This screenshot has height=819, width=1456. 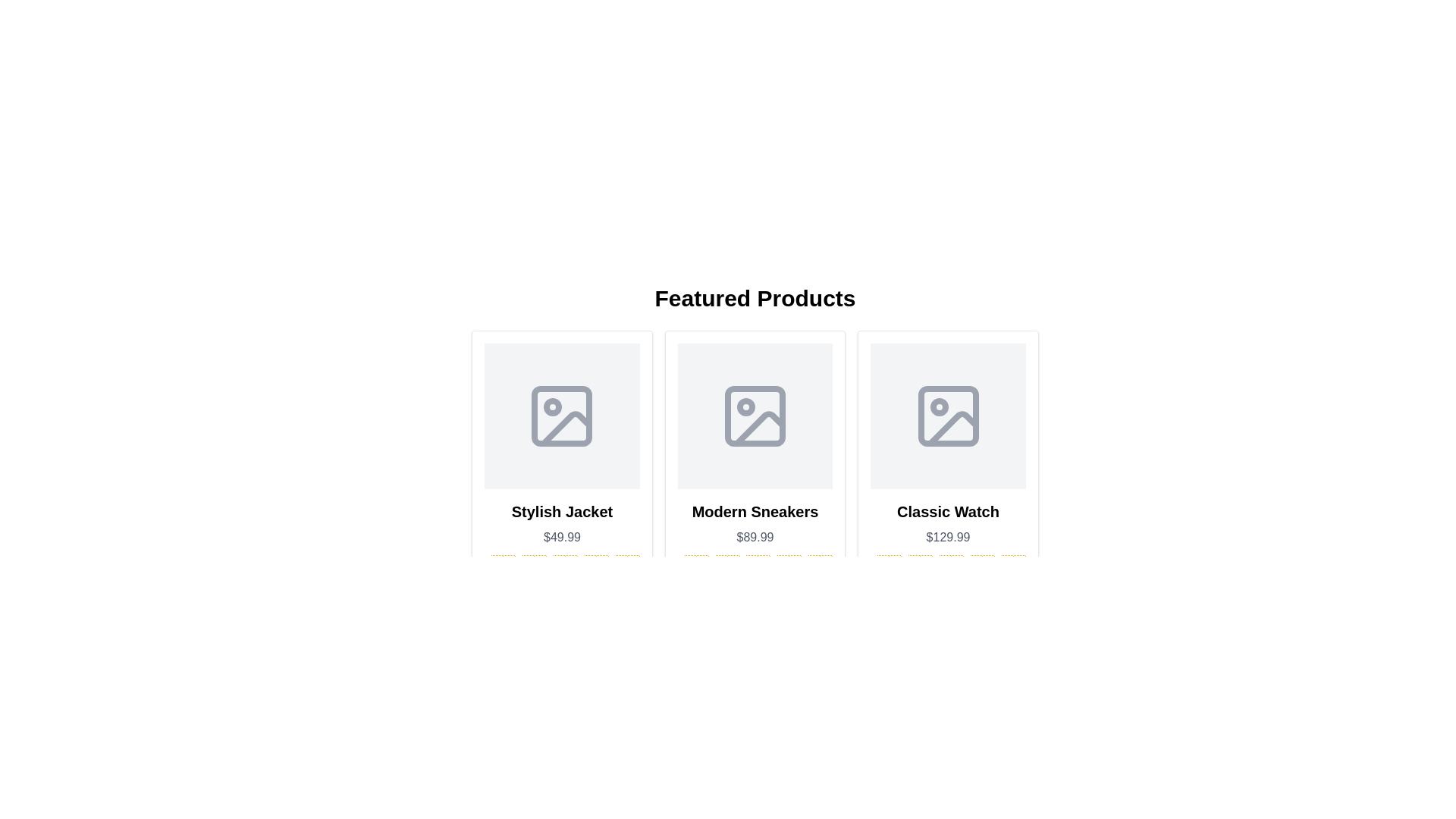 What do you see at coordinates (755, 537) in the screenshot?
I see `the text displaying the price "$89.99" which is located directly underneath the product title "Modern Sneakers" and above the rating stars` at bounding box center [755, 537].